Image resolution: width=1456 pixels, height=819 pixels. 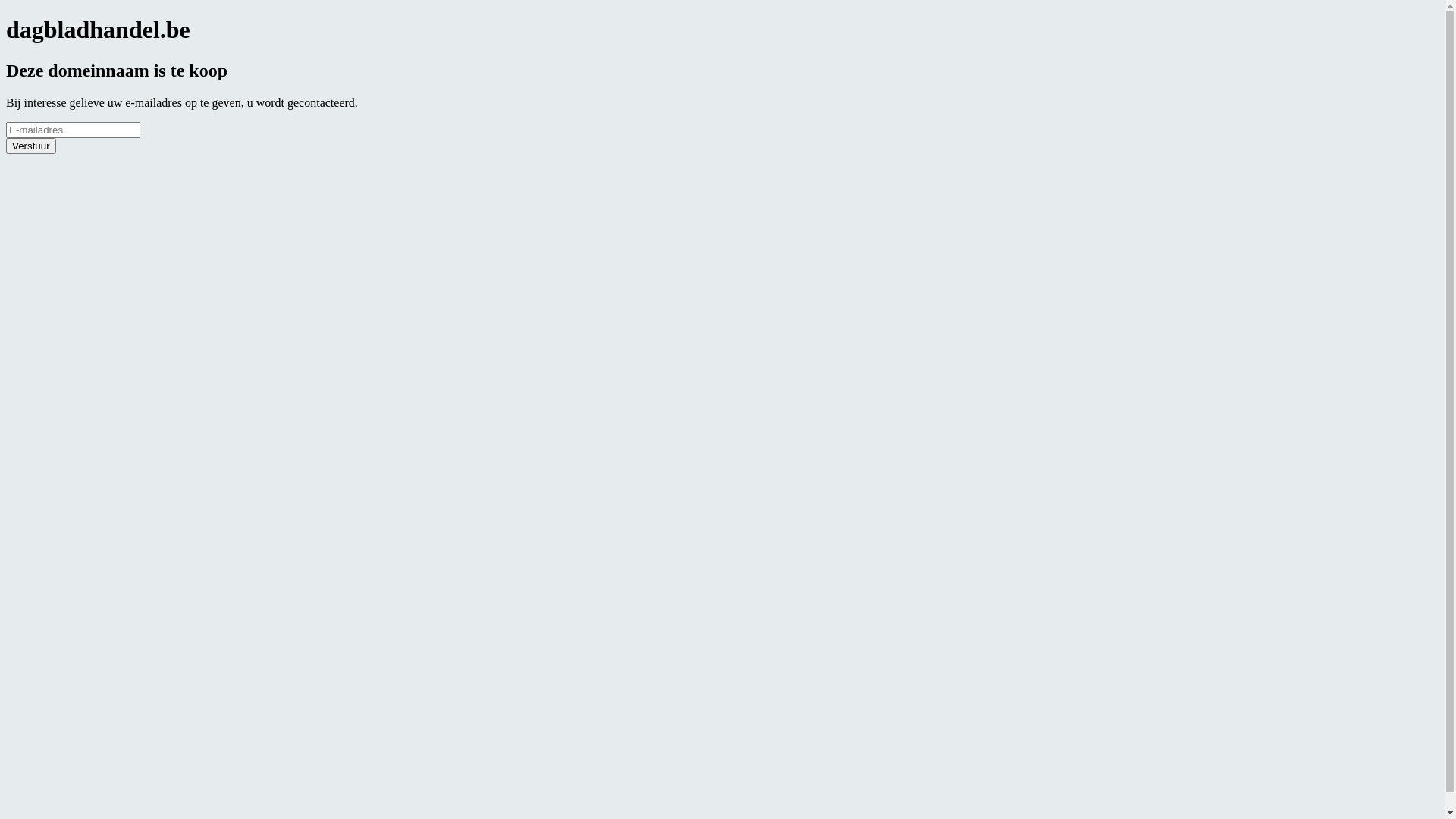 What do you see at coordinates (31, 146) in the screenshot?
I see `'Verstuur'` at bounding box center [31, 146].